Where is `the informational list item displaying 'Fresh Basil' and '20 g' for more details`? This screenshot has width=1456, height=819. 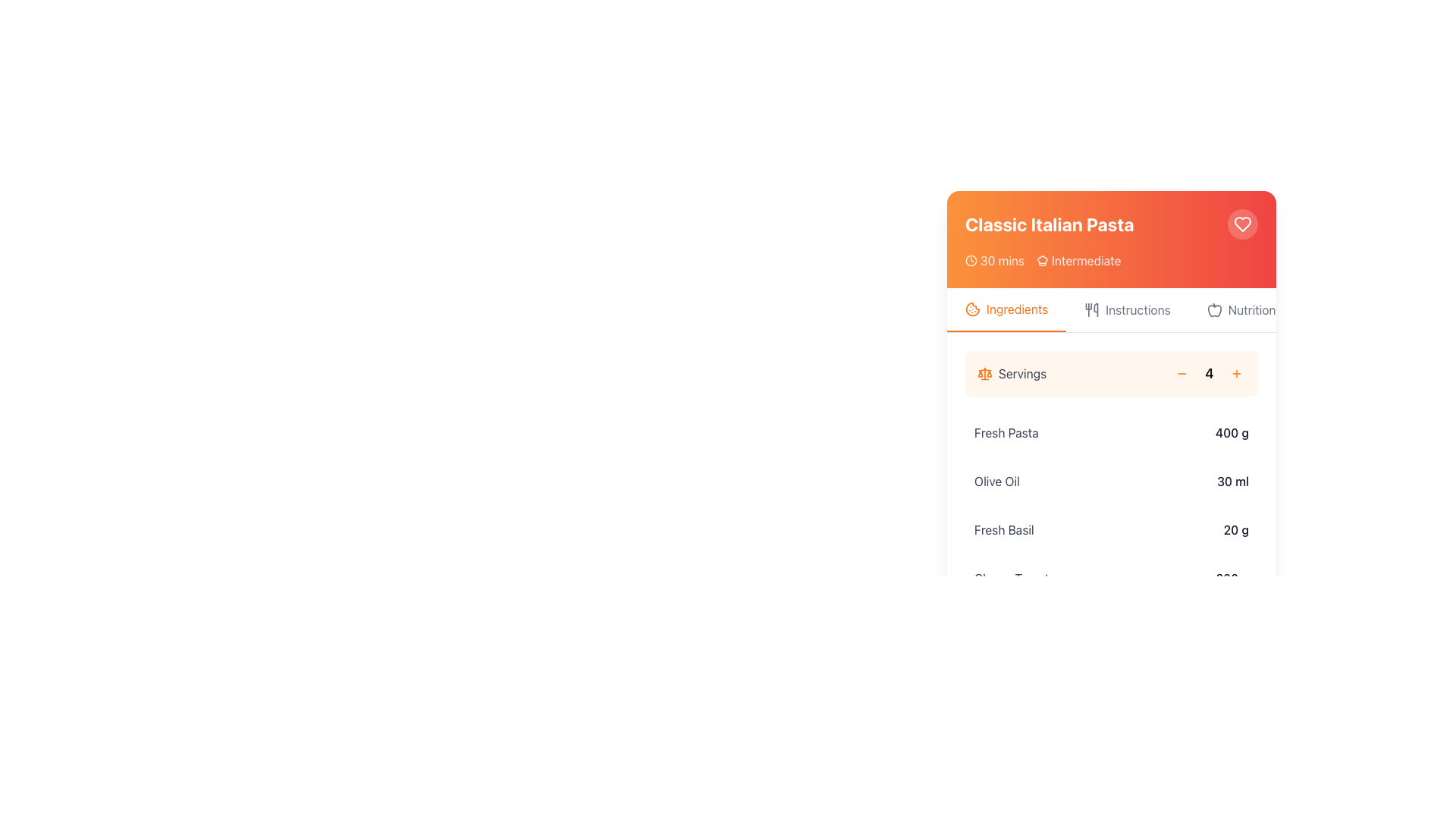 the informational list item displaying 'Fresh Basil' and '20 g' for more details is located at coordinates (1111, 529).